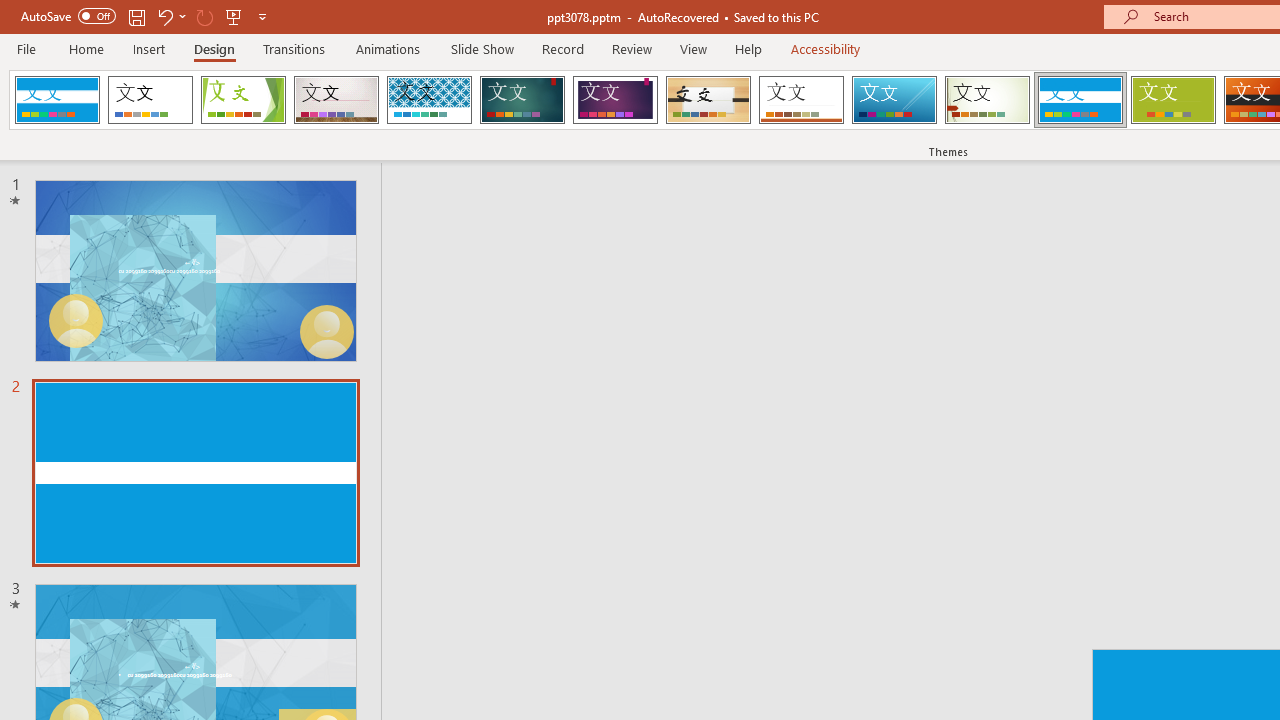 This screenshot has width=1280, height=720. Describe the element at coordinates (708, 100) in the screenshot. I see `'Organic'` at that location.